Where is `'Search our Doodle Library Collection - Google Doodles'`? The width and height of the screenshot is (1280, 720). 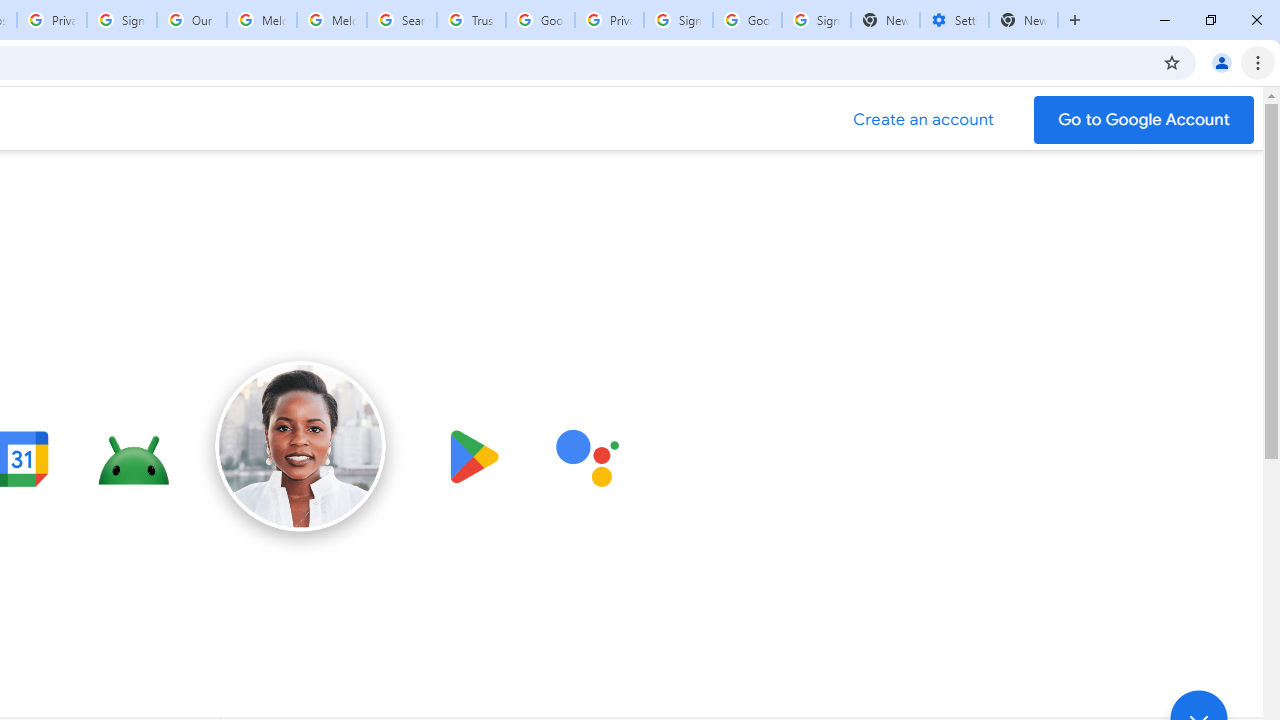 'Search our Doodle Library Collection - Google Doodles' is located at coordinates (400, 20).